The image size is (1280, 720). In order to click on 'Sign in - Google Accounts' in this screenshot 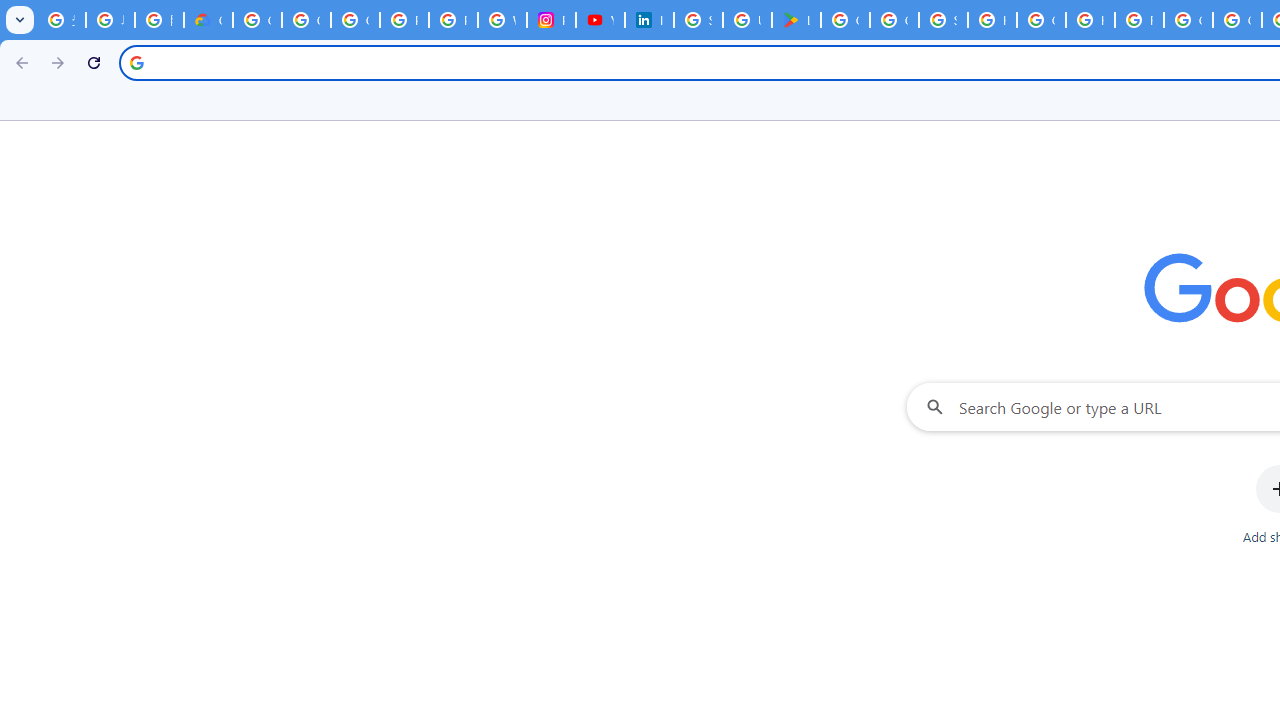, I will do `click(698, 20)`.